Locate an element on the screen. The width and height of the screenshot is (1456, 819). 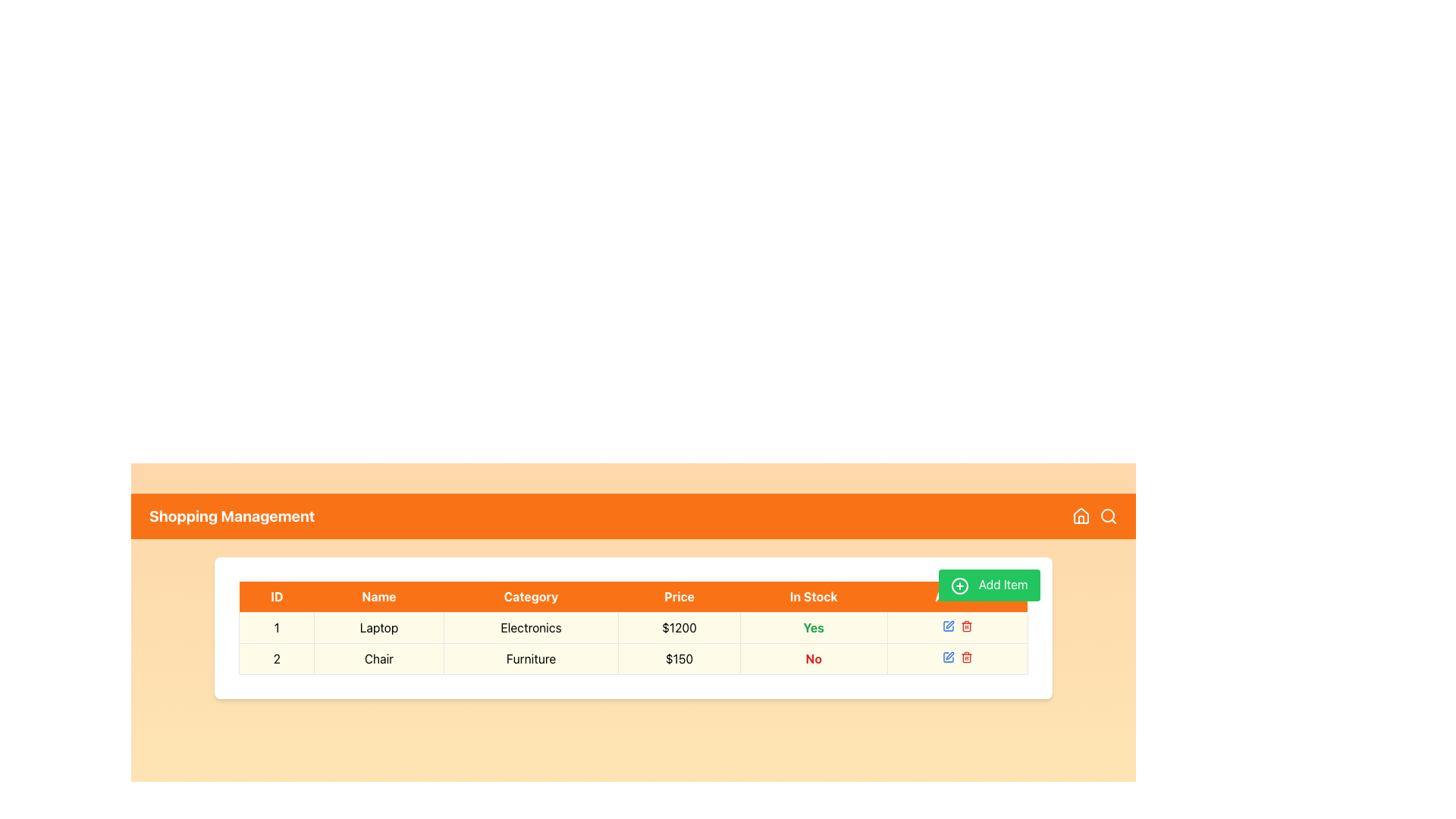
the Text display in the table cell showing the monetary value '$1200', which is bold and styled within the 'Price' column of the table is located at coordinates (679, 628).